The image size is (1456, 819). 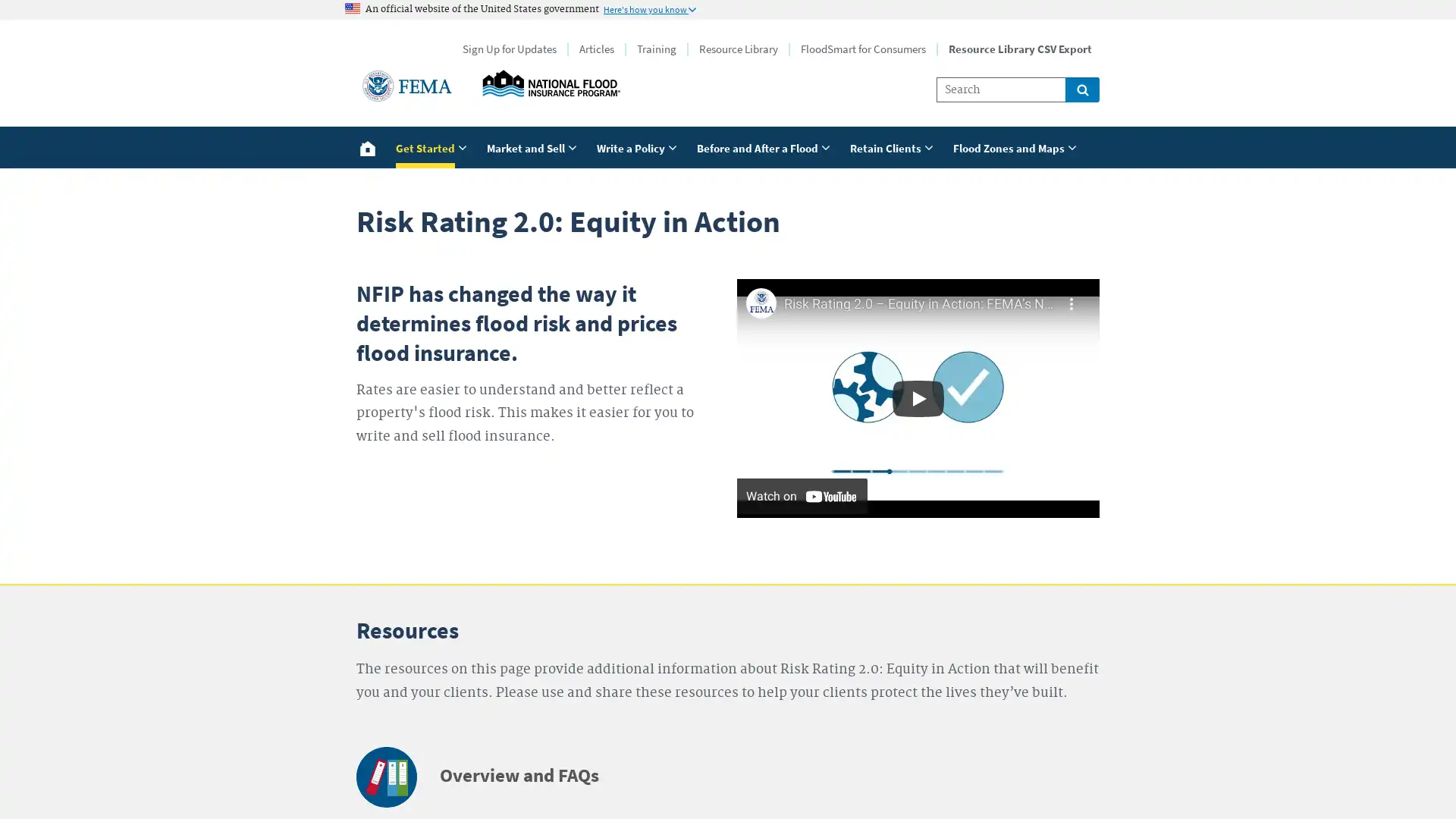 I want to click on Use <enter> and shift + <enter> to open and close the drop down to sub-menus, so click(x=894, y=146).